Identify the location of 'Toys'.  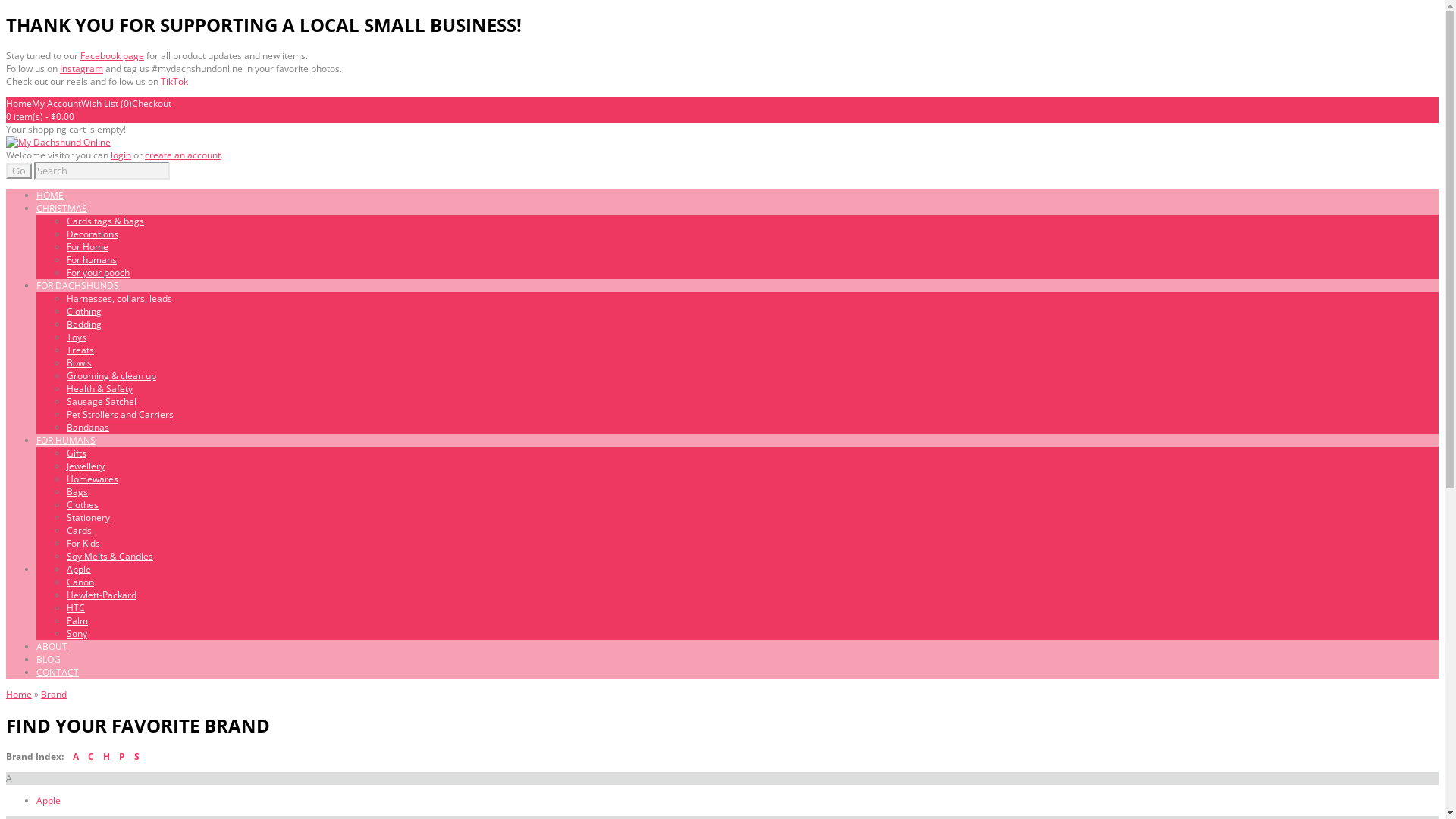
(75, 336).